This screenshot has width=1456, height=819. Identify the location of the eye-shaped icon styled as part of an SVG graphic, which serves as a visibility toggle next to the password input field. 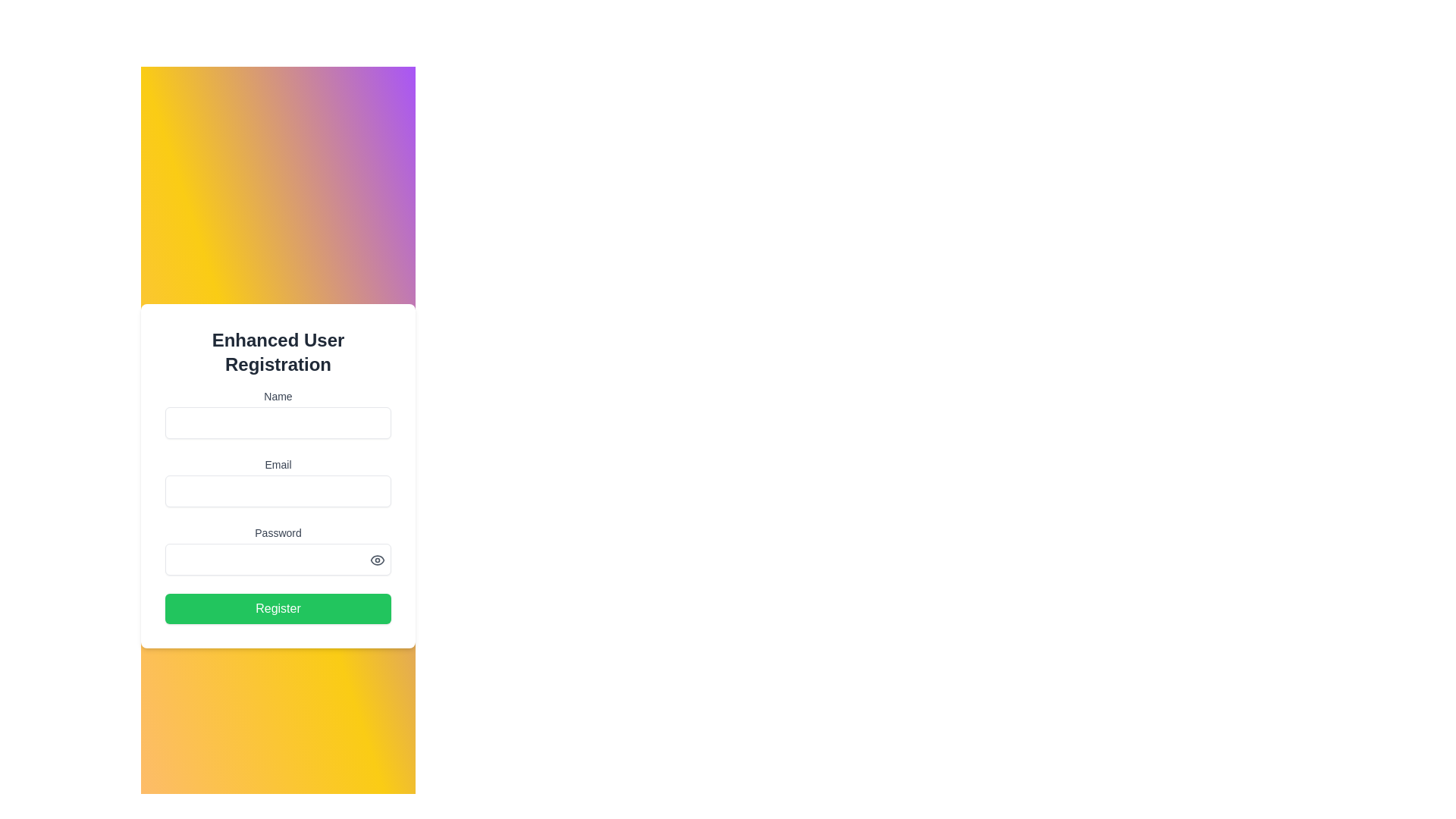
(378, 560).